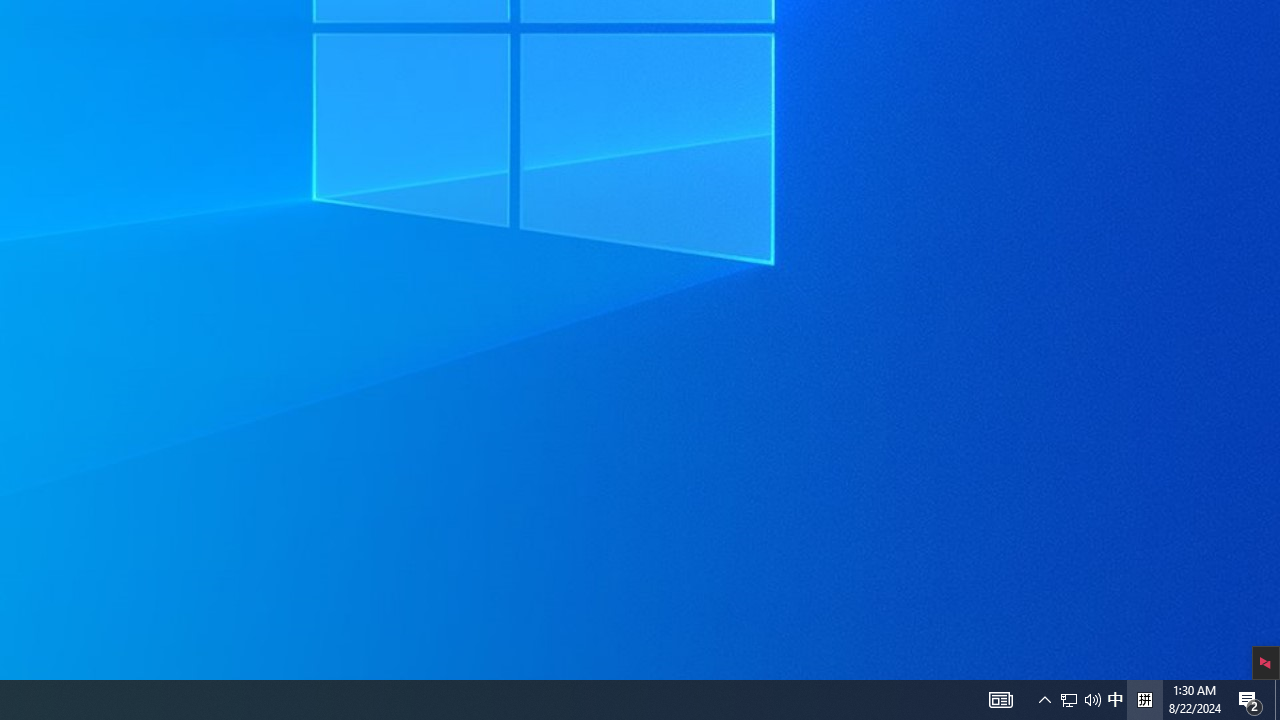 This screenshot has height=720, width=1280. What do you see at coordinates (1276, 698) in the screenshot?
I see `'Show desktop'` at bounding box center [1276, 698].